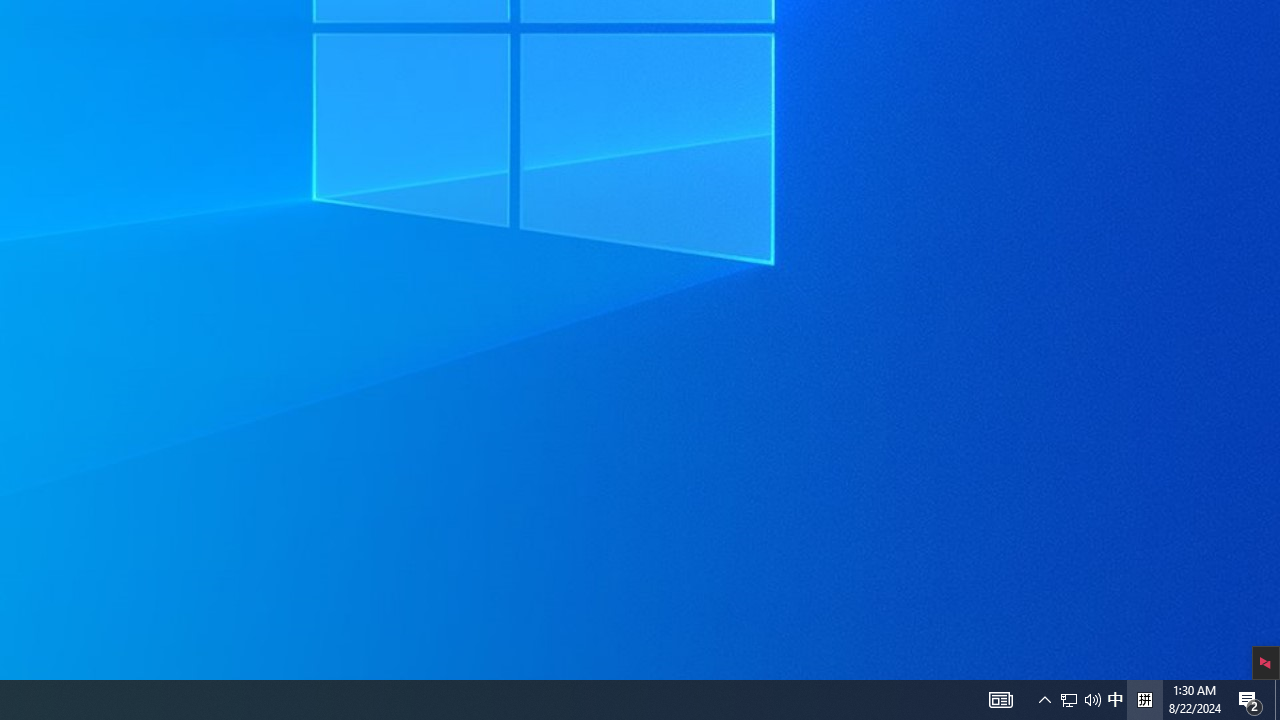 This screenshot has height=720, width=1280. What do you see at coordinates (1276, 698) in the screenshot?
I see `'Show desktop'` at bounding box center [1276, 698].